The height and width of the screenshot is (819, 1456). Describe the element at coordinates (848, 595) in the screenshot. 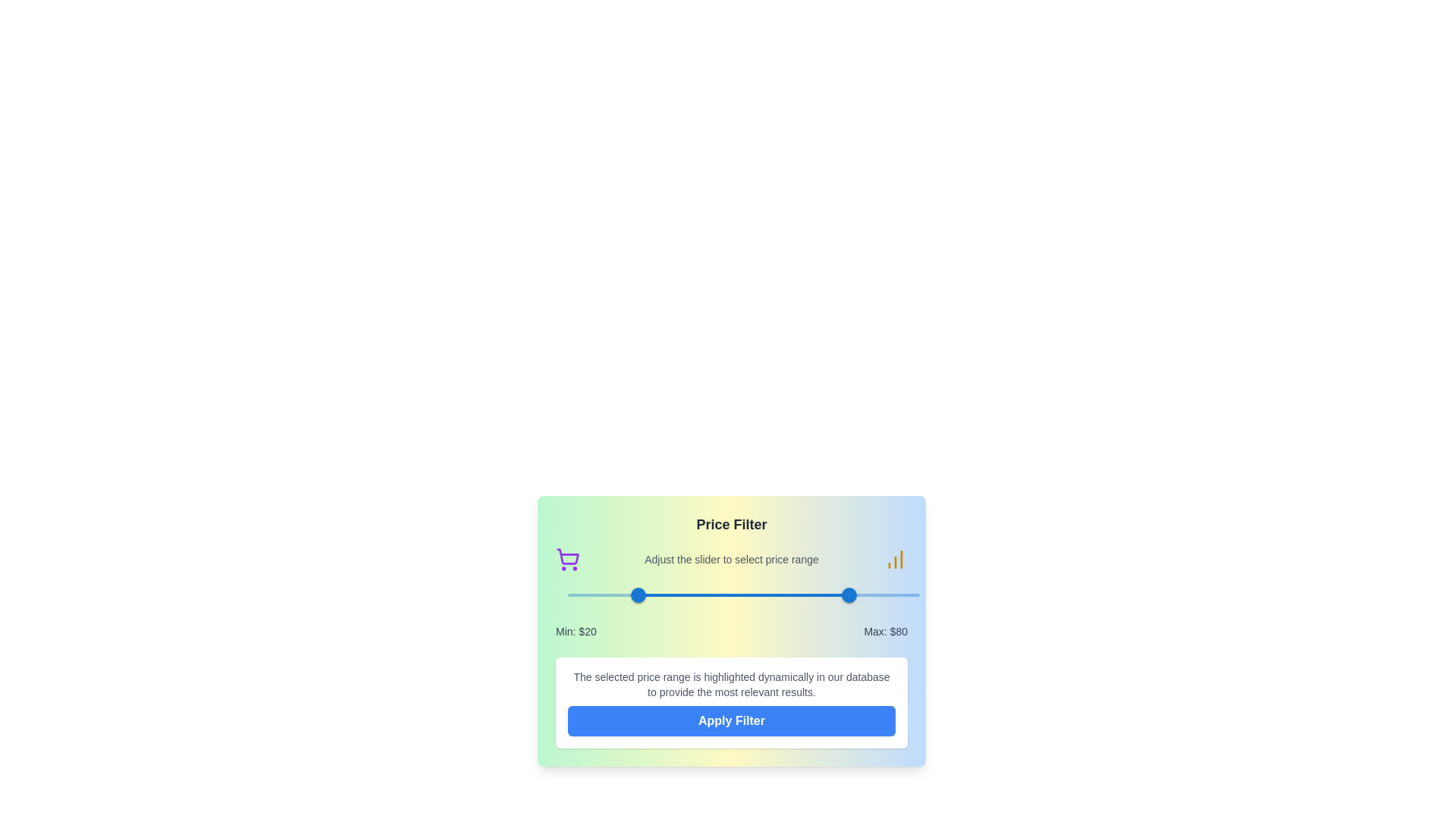

I see `and drag the second thumb of the horizontal slider located near the value '80' to adjust the slider value` at that location.